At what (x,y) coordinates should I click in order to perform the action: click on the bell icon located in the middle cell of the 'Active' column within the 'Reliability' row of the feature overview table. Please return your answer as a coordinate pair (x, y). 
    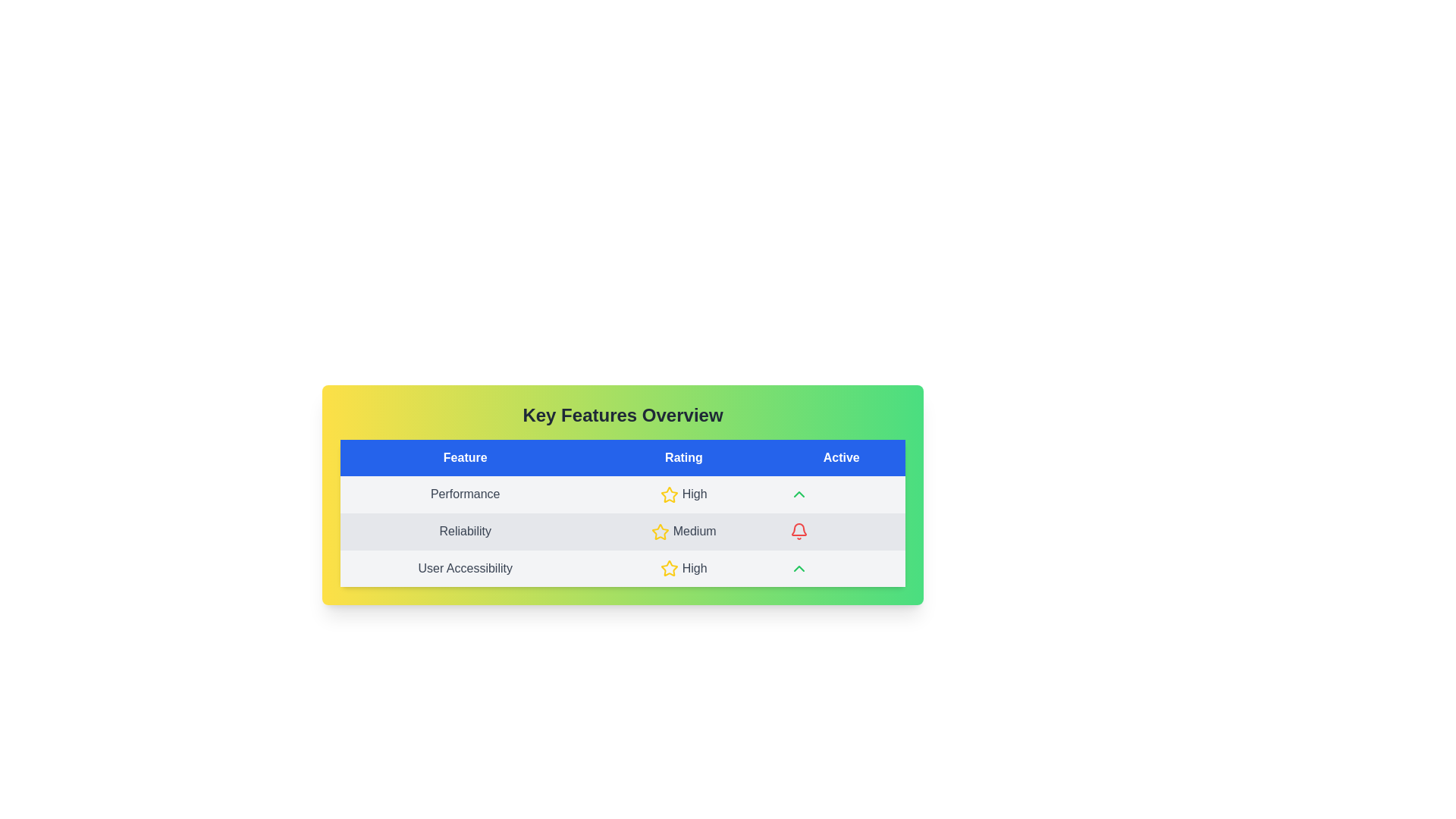
    Looking at the image, I should click on (798, 531).